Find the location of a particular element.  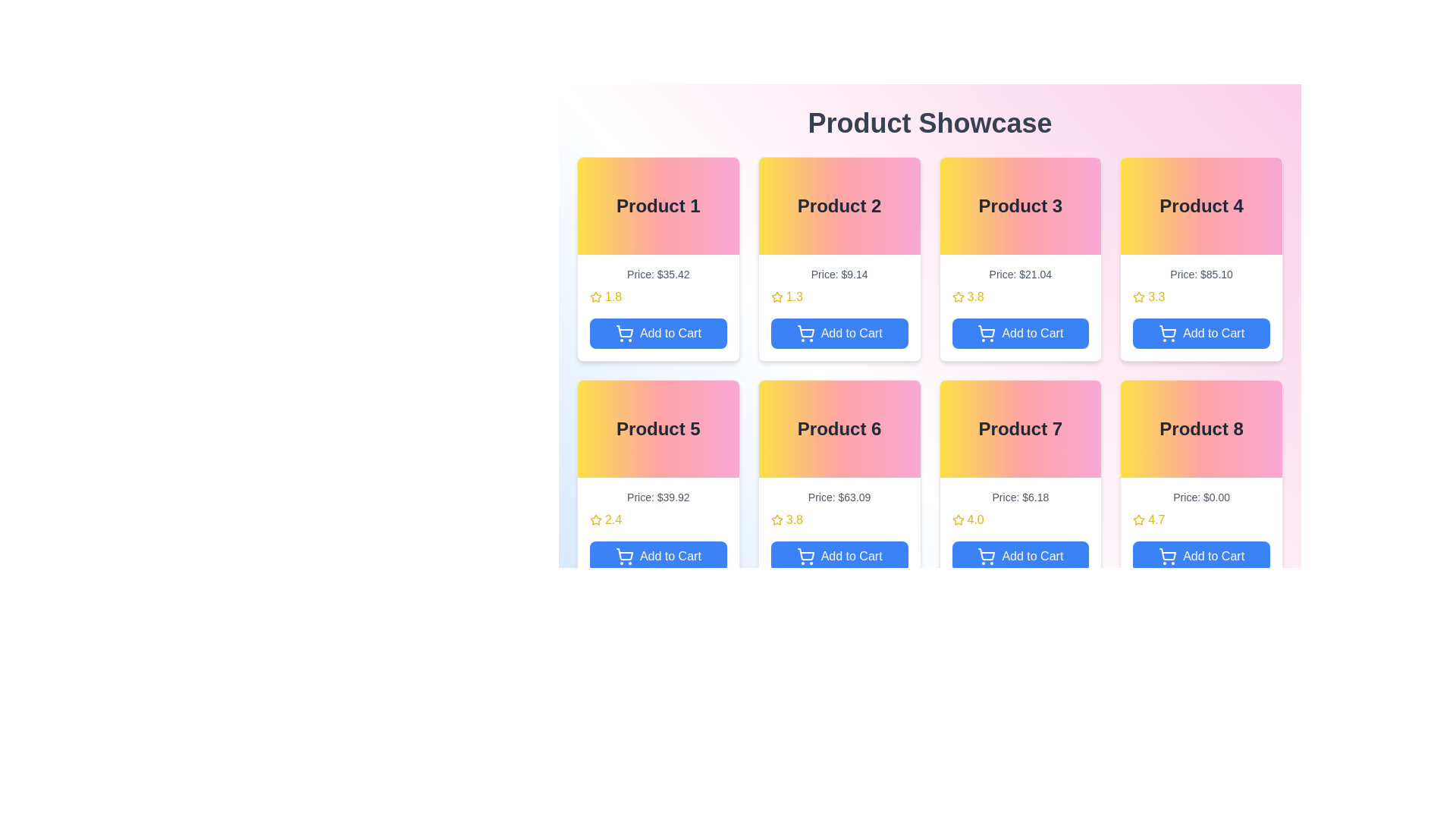

the shopping cart icon within the blue 'Add to Cart' button under 'Product 1' is located at coordinates (625, 331).